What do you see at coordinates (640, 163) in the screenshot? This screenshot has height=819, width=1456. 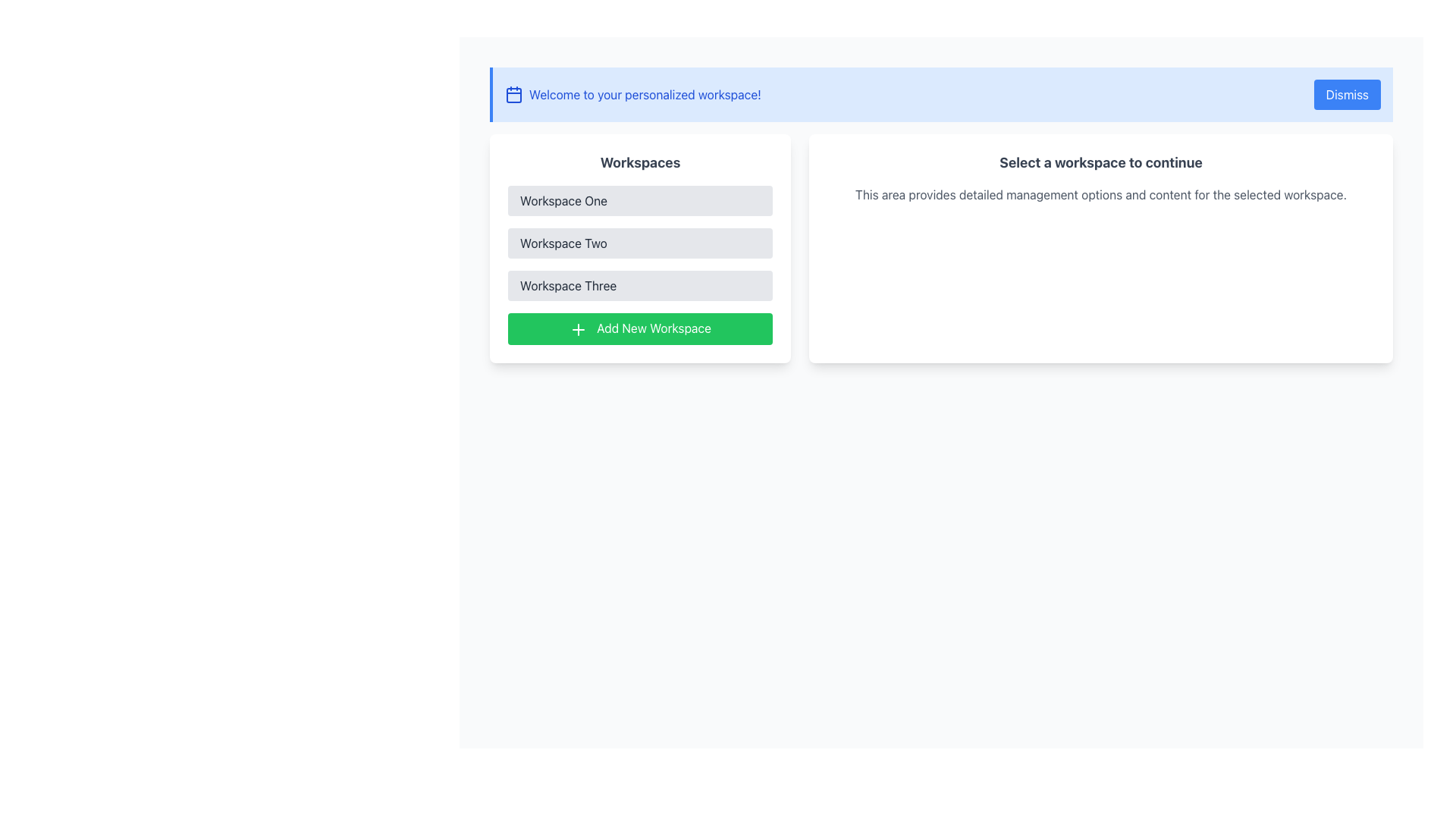 I see `the bold, gray-colored text label displaying 'Workspaces' at the top of the white rounded rectangular card` at bounding box center [640, 163].